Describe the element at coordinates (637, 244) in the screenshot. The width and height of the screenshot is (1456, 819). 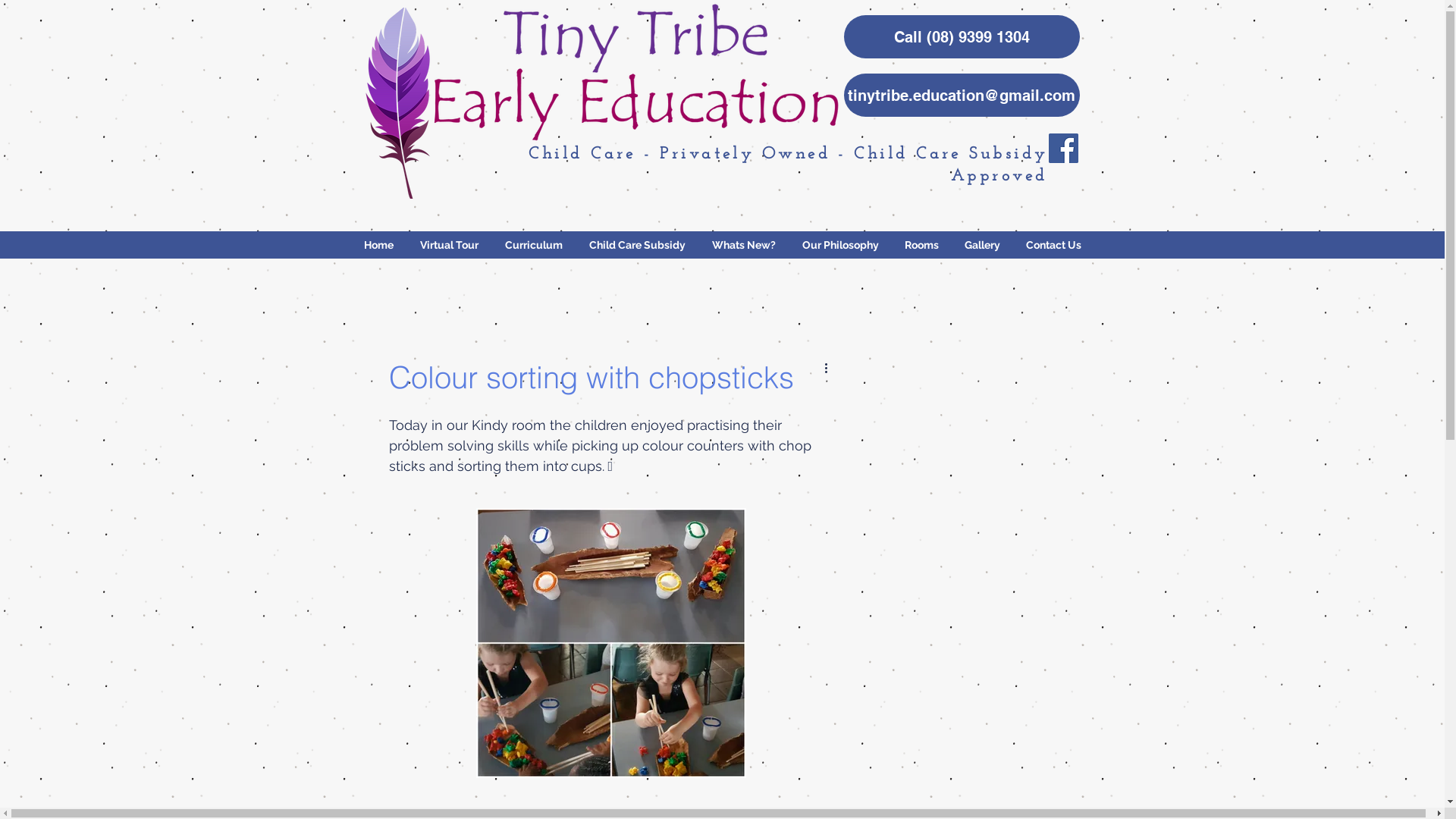
I see `'Child Care Subsidy'` at that location.